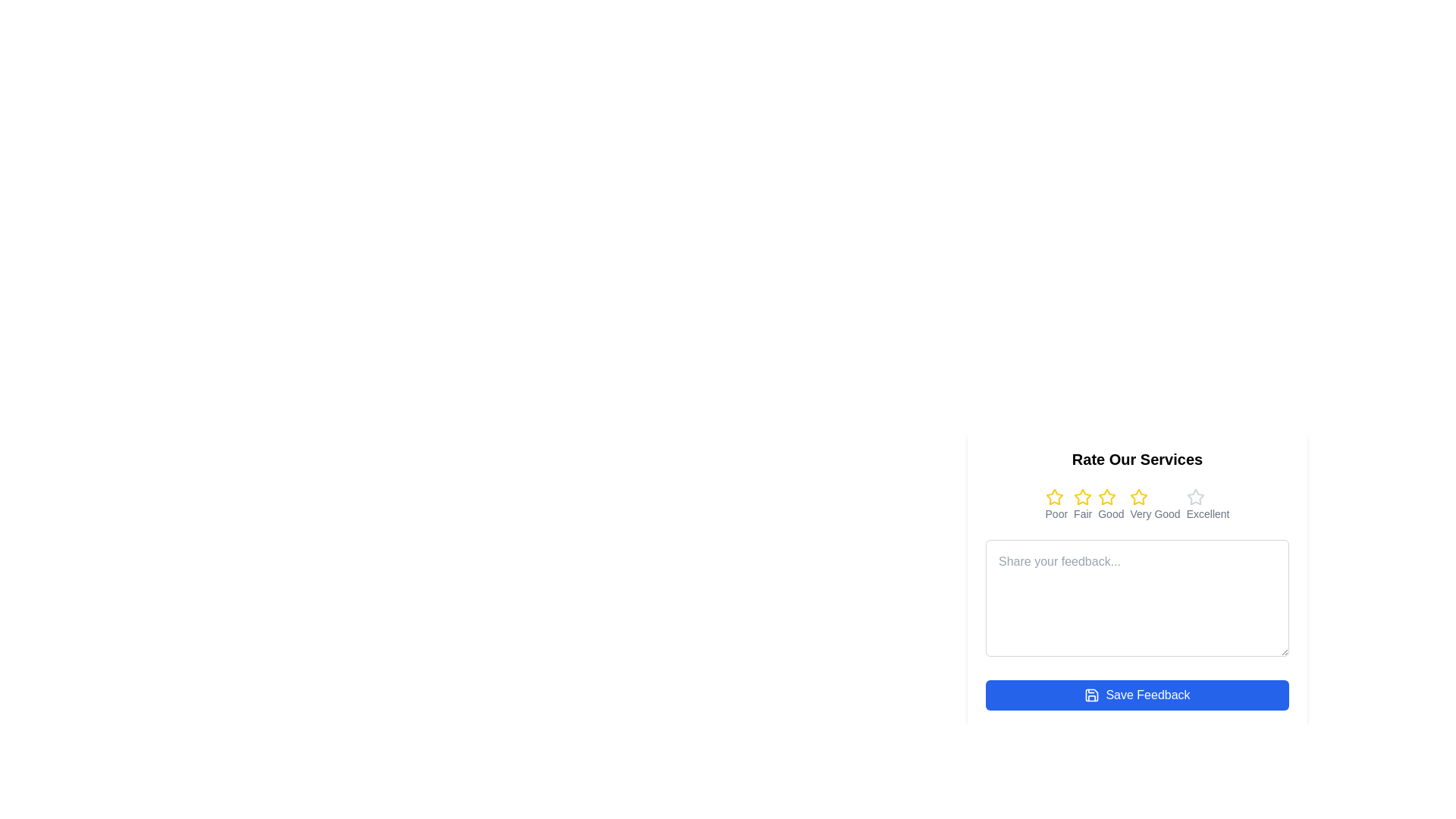 This screenshot has width=1456, height=819. Describe the element at coordinates (1053, 497) in the screenshot. I see `the yellow star icon indicating the first star in the rating scale` at that location.